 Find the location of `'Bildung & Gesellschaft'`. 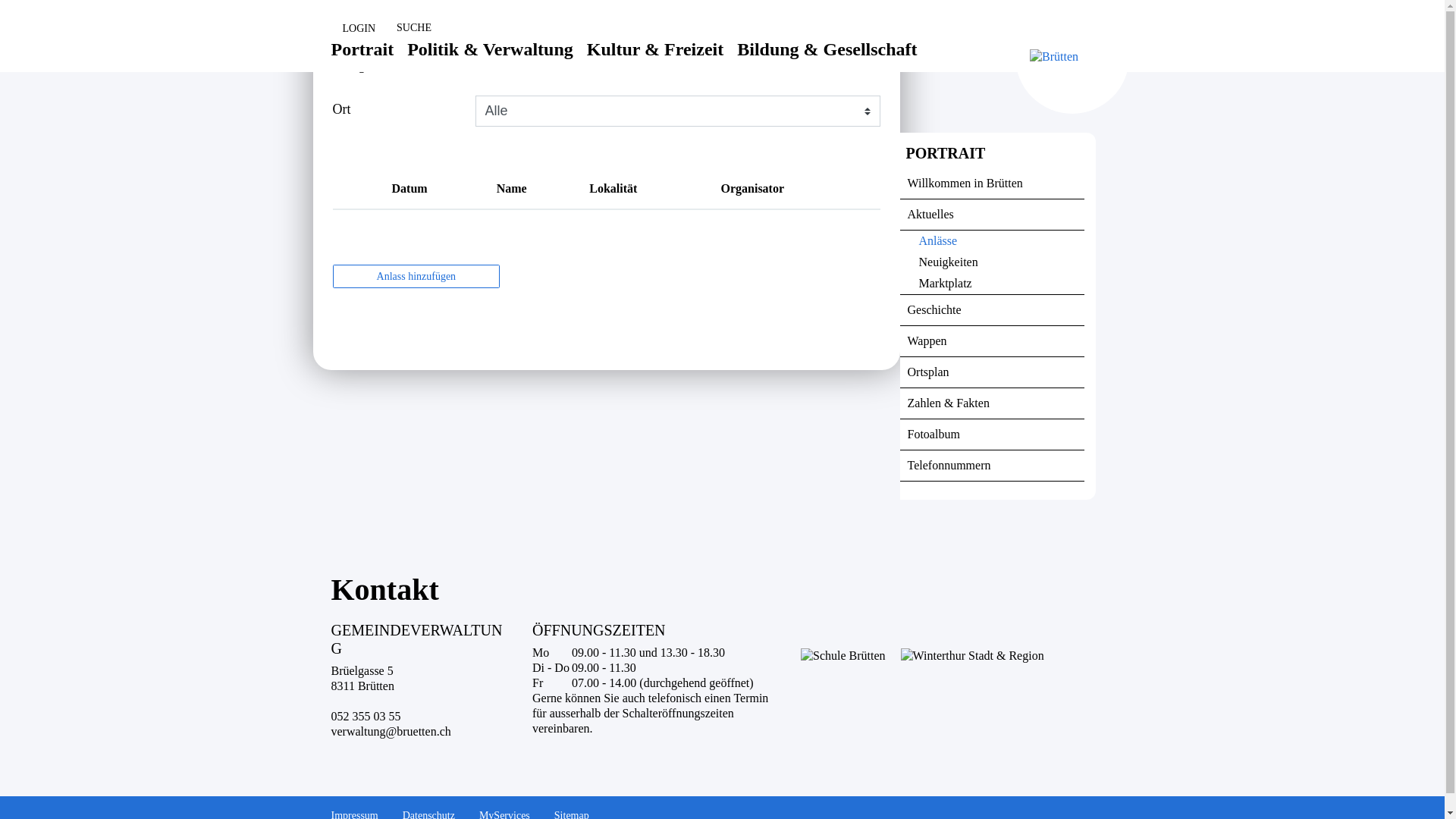

'Bildung & Gesellschaft' is located at coordinates (826, 61).